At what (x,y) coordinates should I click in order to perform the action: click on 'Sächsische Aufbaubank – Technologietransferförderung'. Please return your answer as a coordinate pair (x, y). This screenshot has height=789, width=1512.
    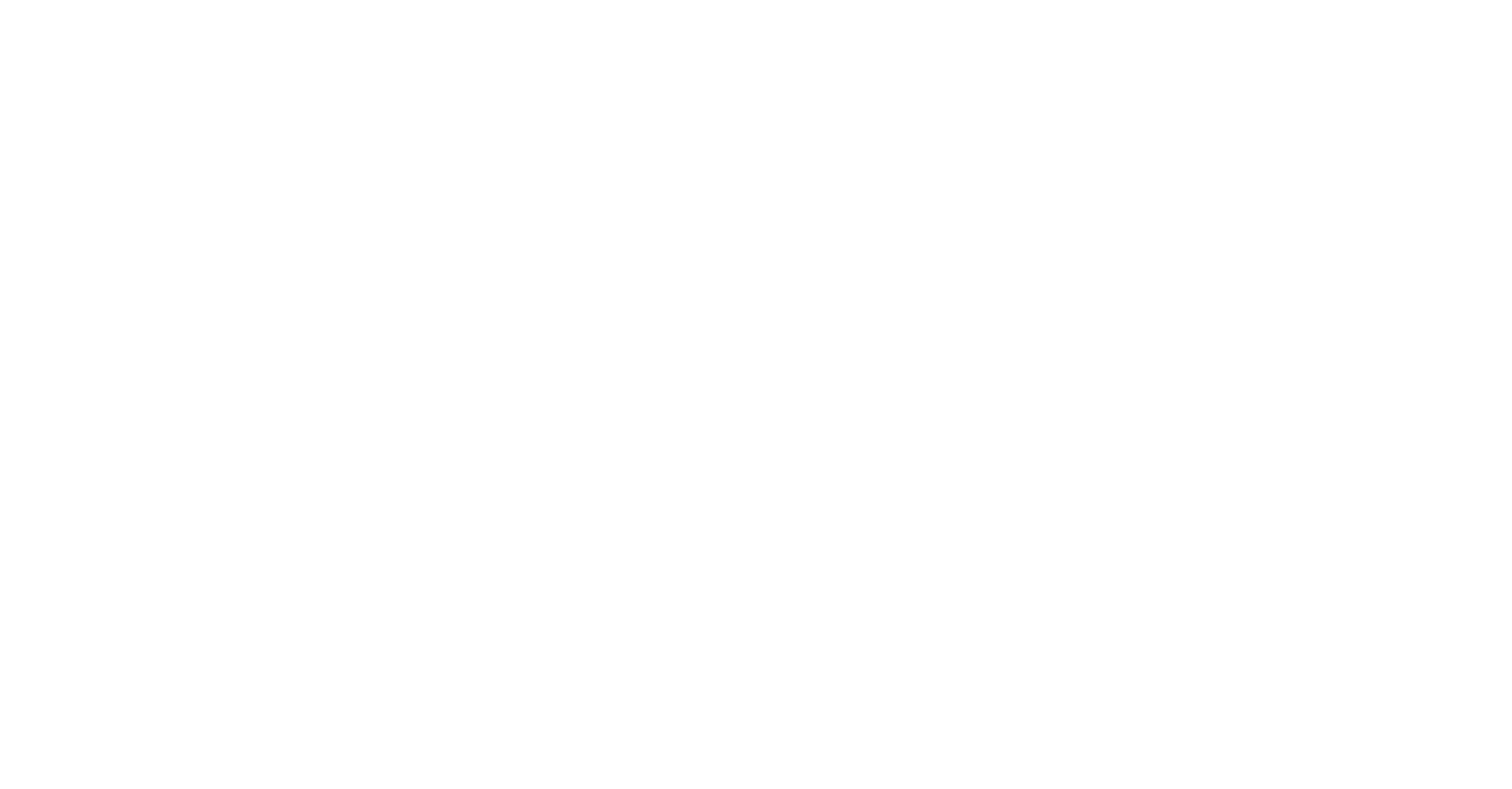
    Looking at the image, I should click on (1272, 557).